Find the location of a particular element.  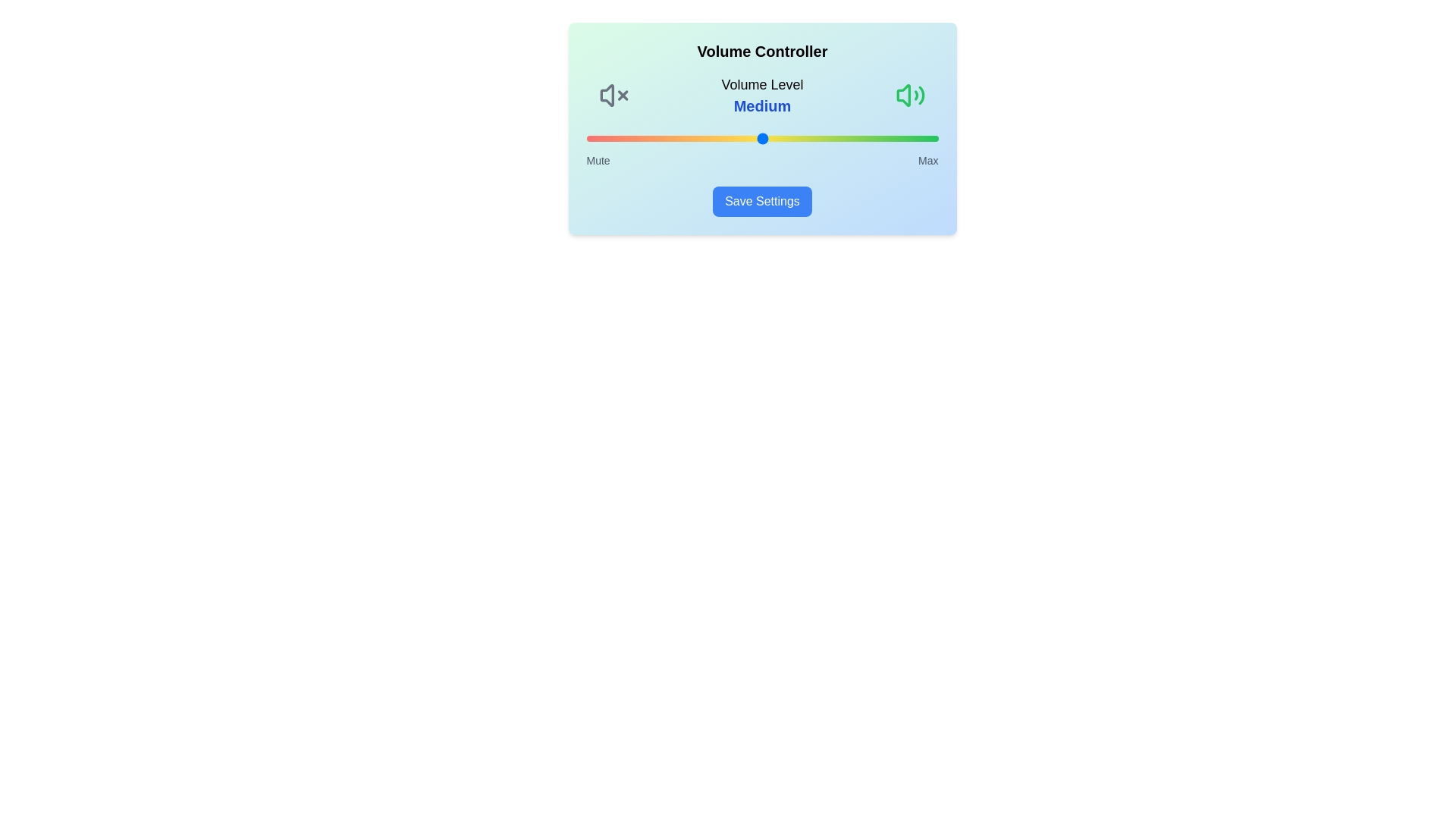

the volume slider to set the volume level to 1 is located at coordinates (589, 138).